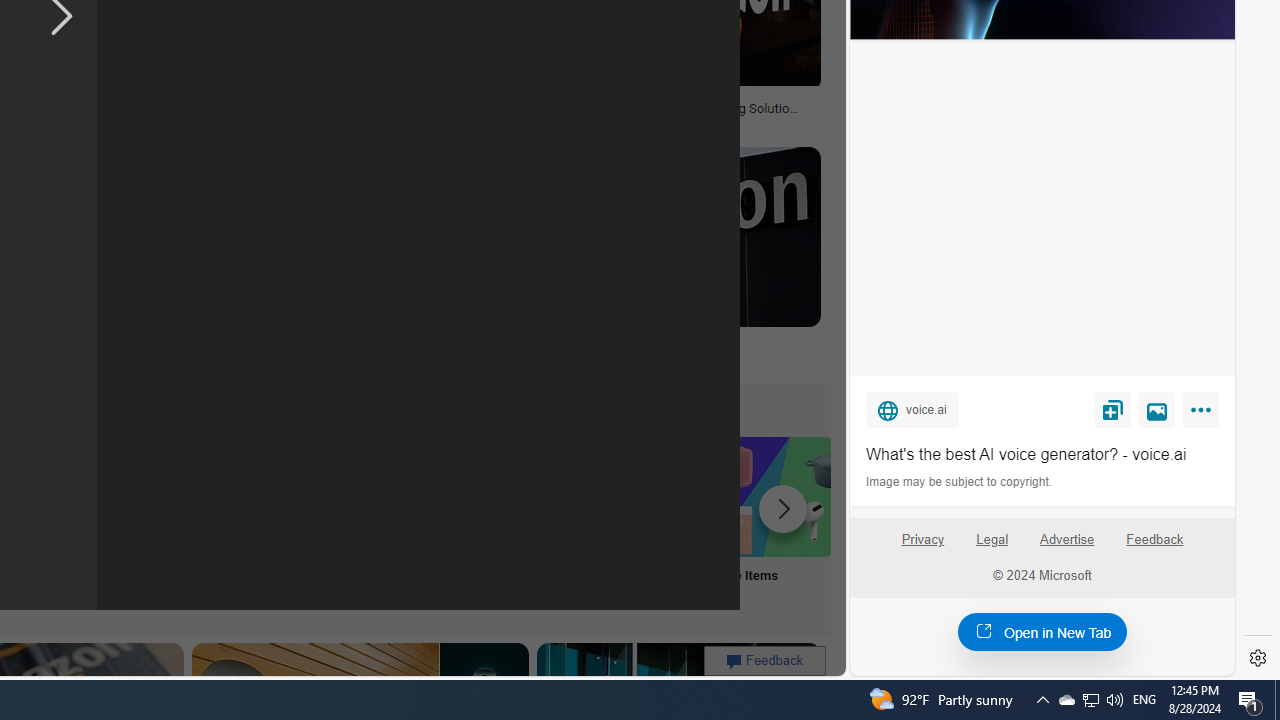  What do you see at coordinates (1157, 408) in the screenshot?
I see `'View image'` at bounding box center [1157, 408].